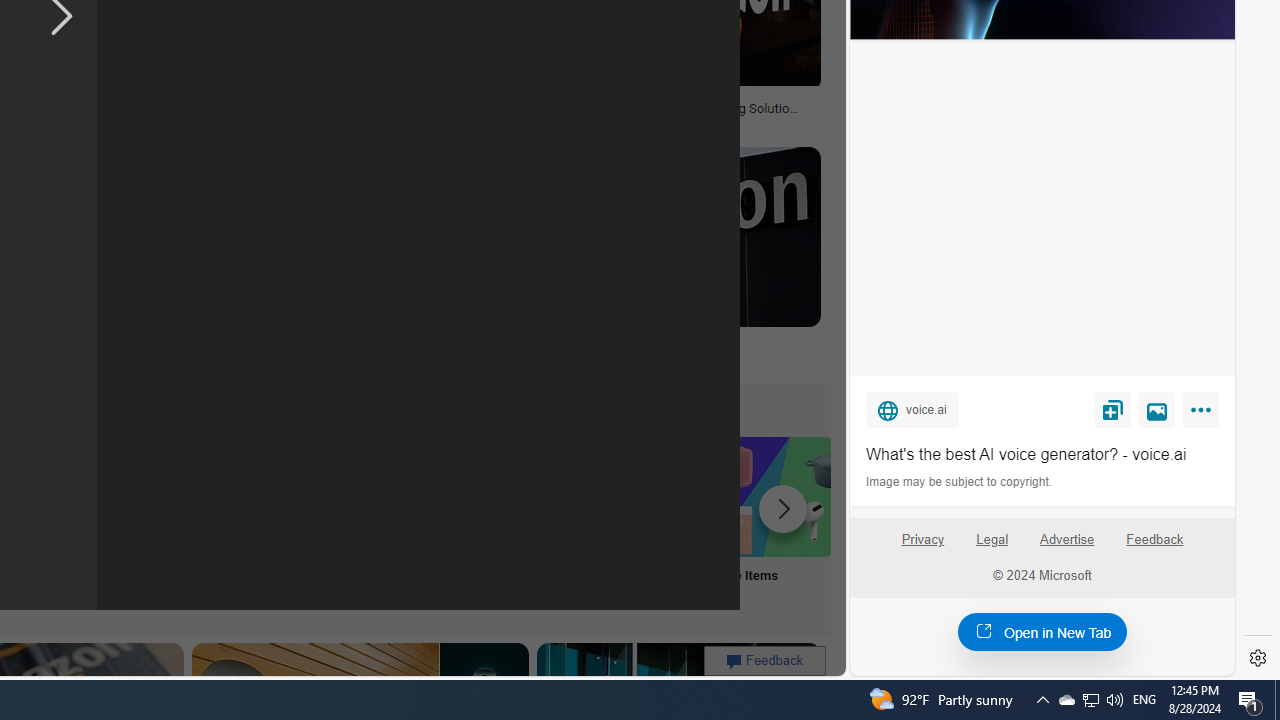  What do you see at coordinates (1157, 408) in the screenshot?
I see `'View image'` at bounding box center [1157, 408].